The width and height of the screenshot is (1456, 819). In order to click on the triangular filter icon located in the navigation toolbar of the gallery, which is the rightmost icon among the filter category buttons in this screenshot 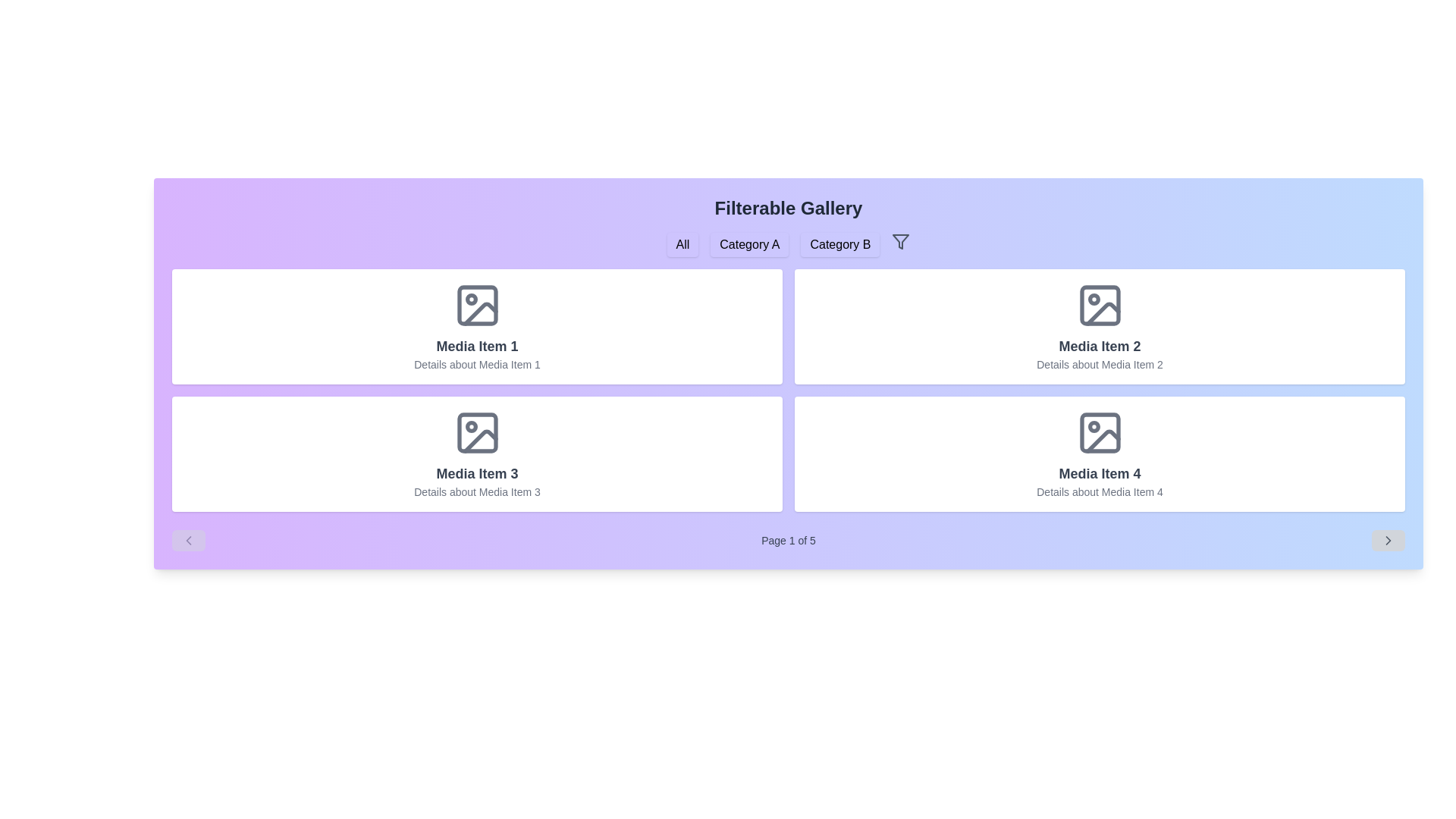, I will do `click(901, 241)`.